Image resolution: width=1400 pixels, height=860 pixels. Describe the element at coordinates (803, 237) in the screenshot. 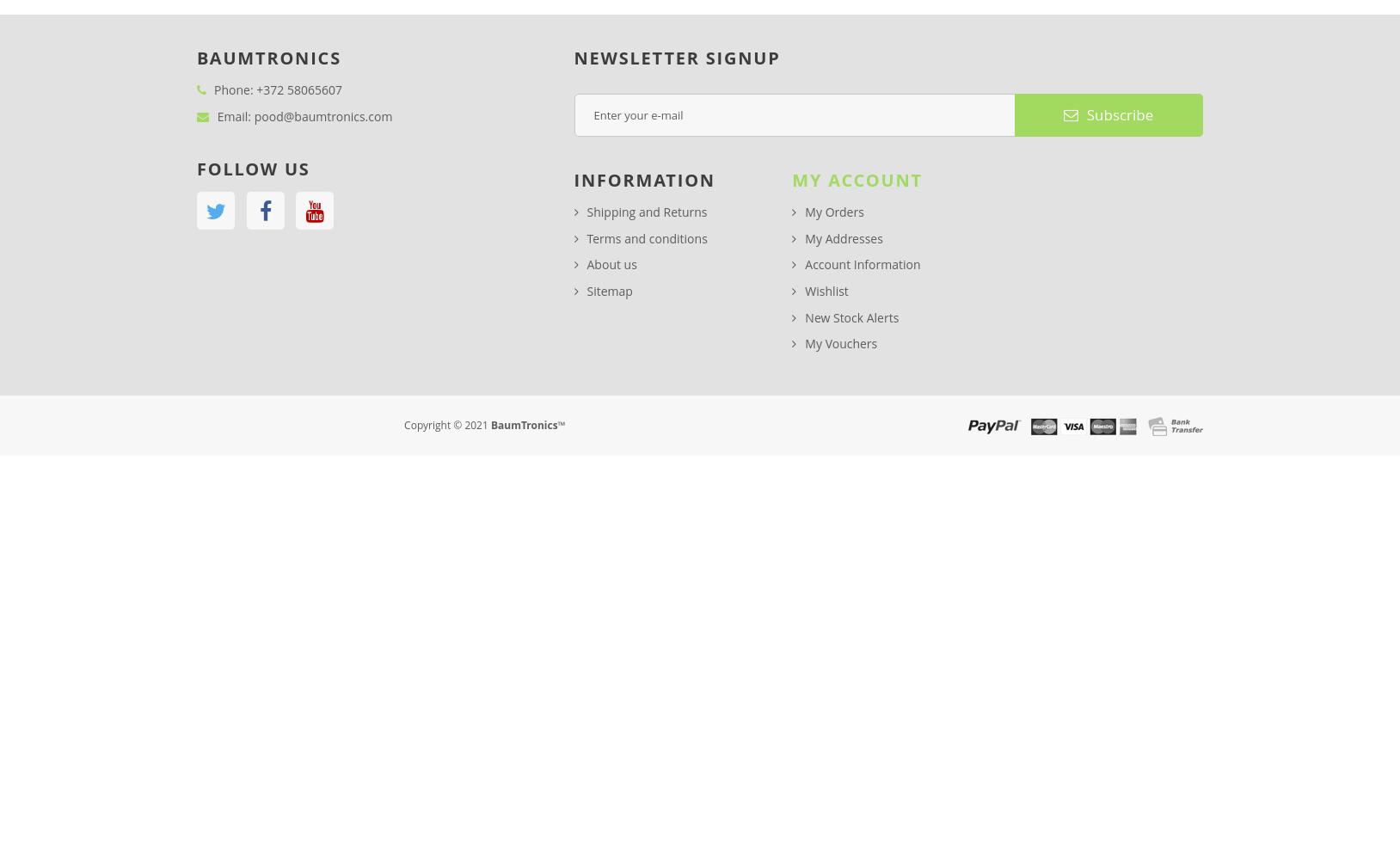

I see `'My Addresses'` at that location.